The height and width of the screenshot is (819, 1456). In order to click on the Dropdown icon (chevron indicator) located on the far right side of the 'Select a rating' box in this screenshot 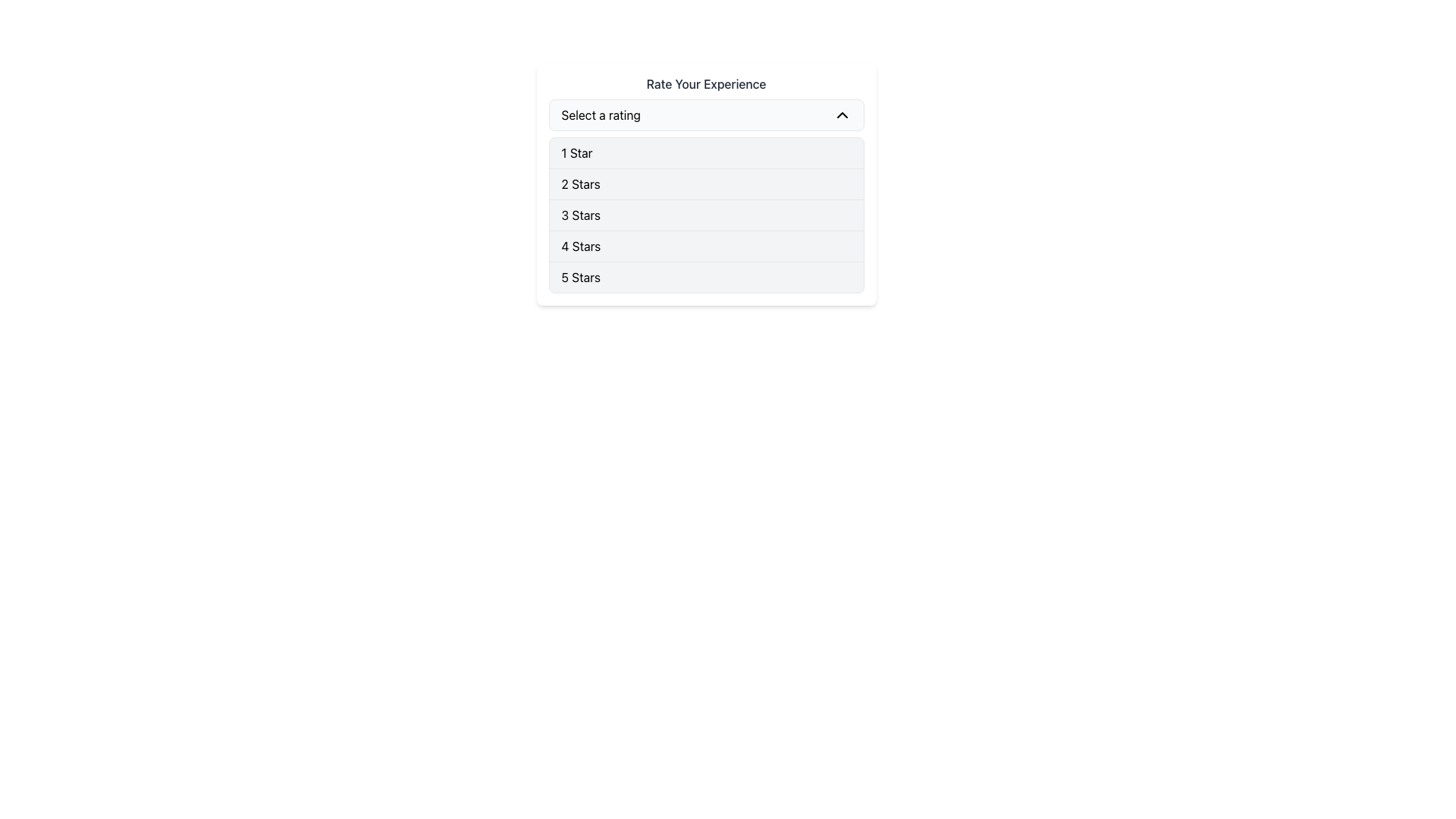, I will do `click(841, 114)`.